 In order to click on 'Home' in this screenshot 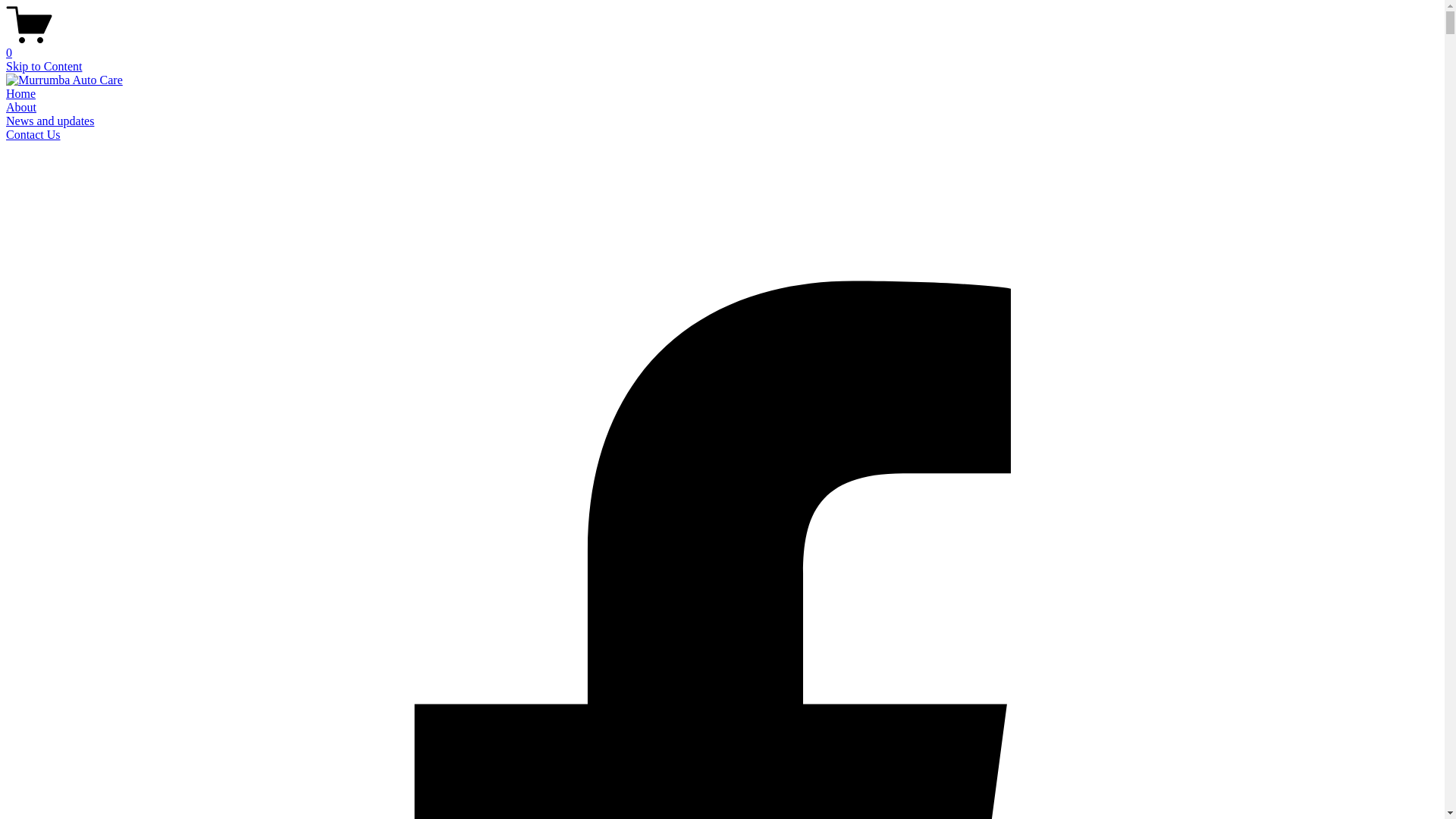, I will do `click(6, 93)`.